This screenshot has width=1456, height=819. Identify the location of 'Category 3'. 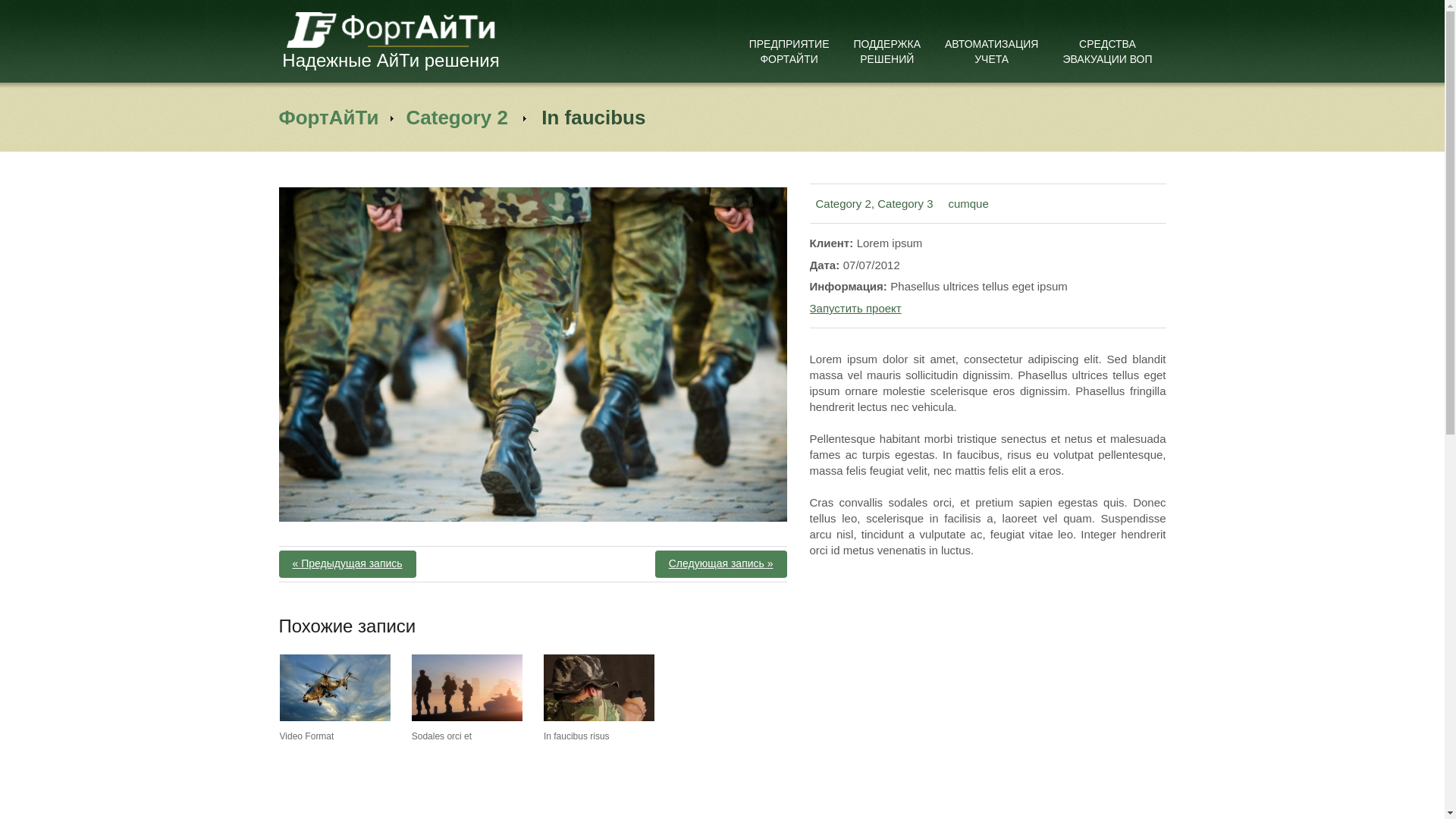
(877, 202).